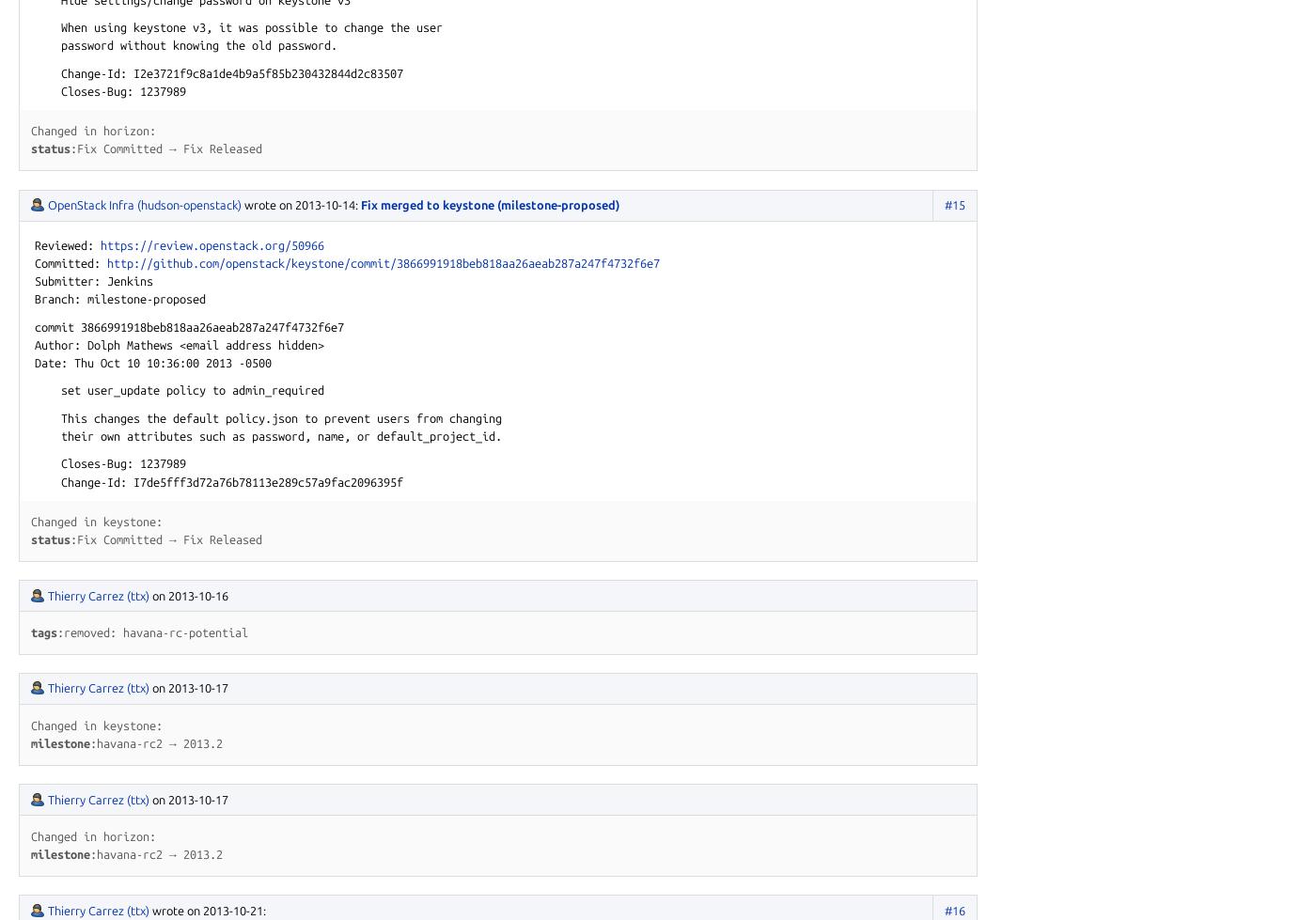  Describe the element at coordinates (133, 72) in the screenshot. I see `'Change-Id: I2e3721f9c8a1de'` at that location.